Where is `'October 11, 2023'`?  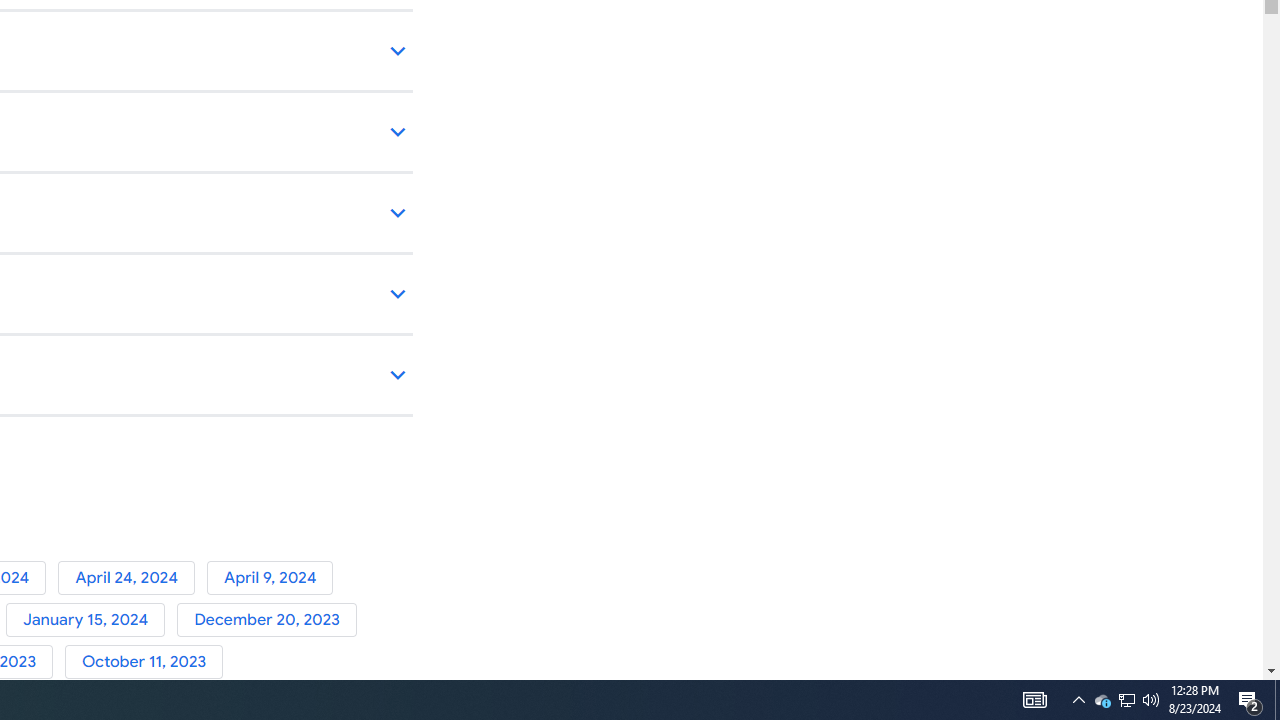
'October 11, 2023' is located at coordinates (146, 662).